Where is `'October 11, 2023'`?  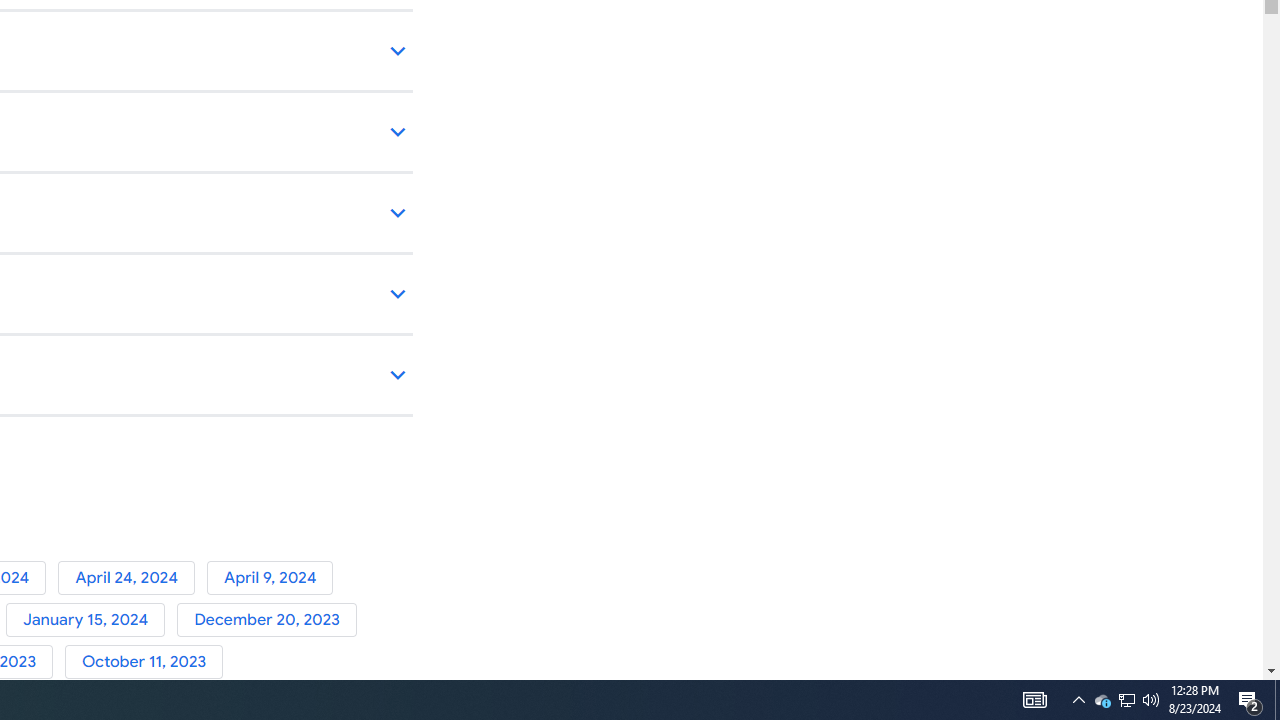
'October 11, 2023' is located at coordinates (146, 662).